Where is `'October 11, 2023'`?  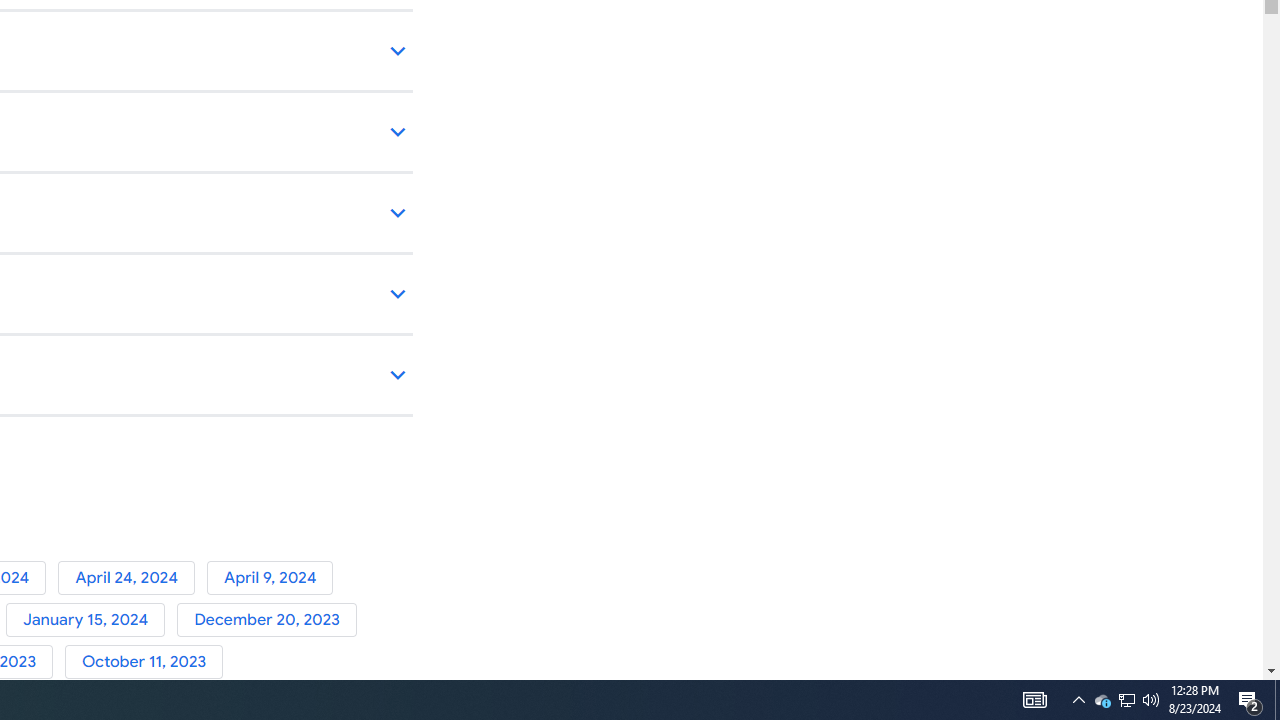
'October 11, 2023' is located at coordinates (146, 662).